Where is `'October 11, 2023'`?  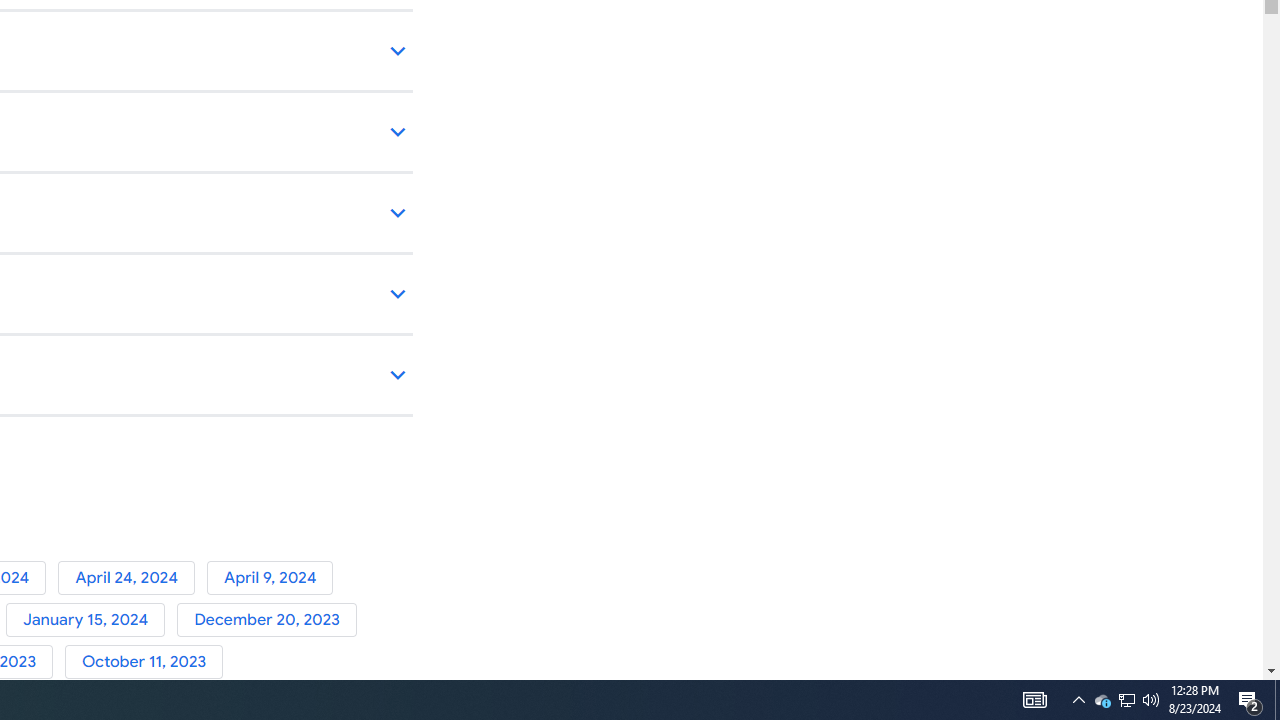
'October 11, 2023' is located at coordinates (146, 662).